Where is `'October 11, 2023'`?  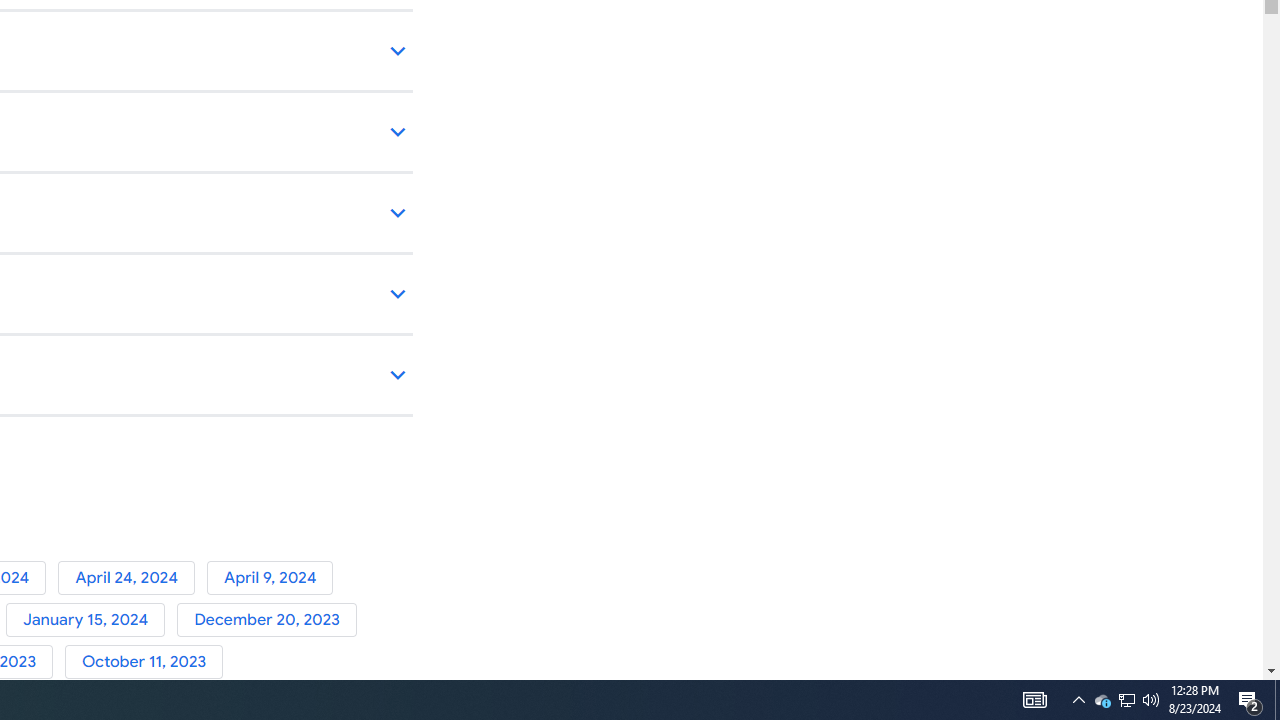
'October 11, 2023' is located at coordinates (146, 662).